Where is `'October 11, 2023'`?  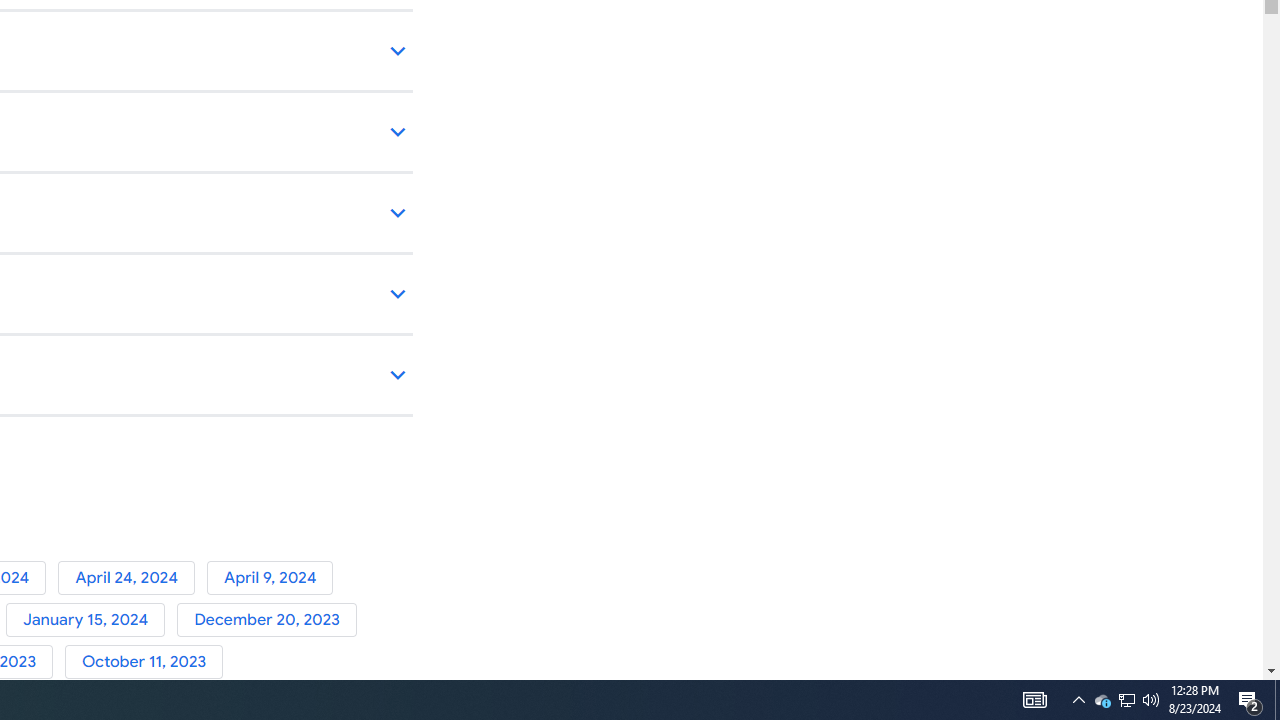
'October 11, 2023' is located at coordinates (146, 662).